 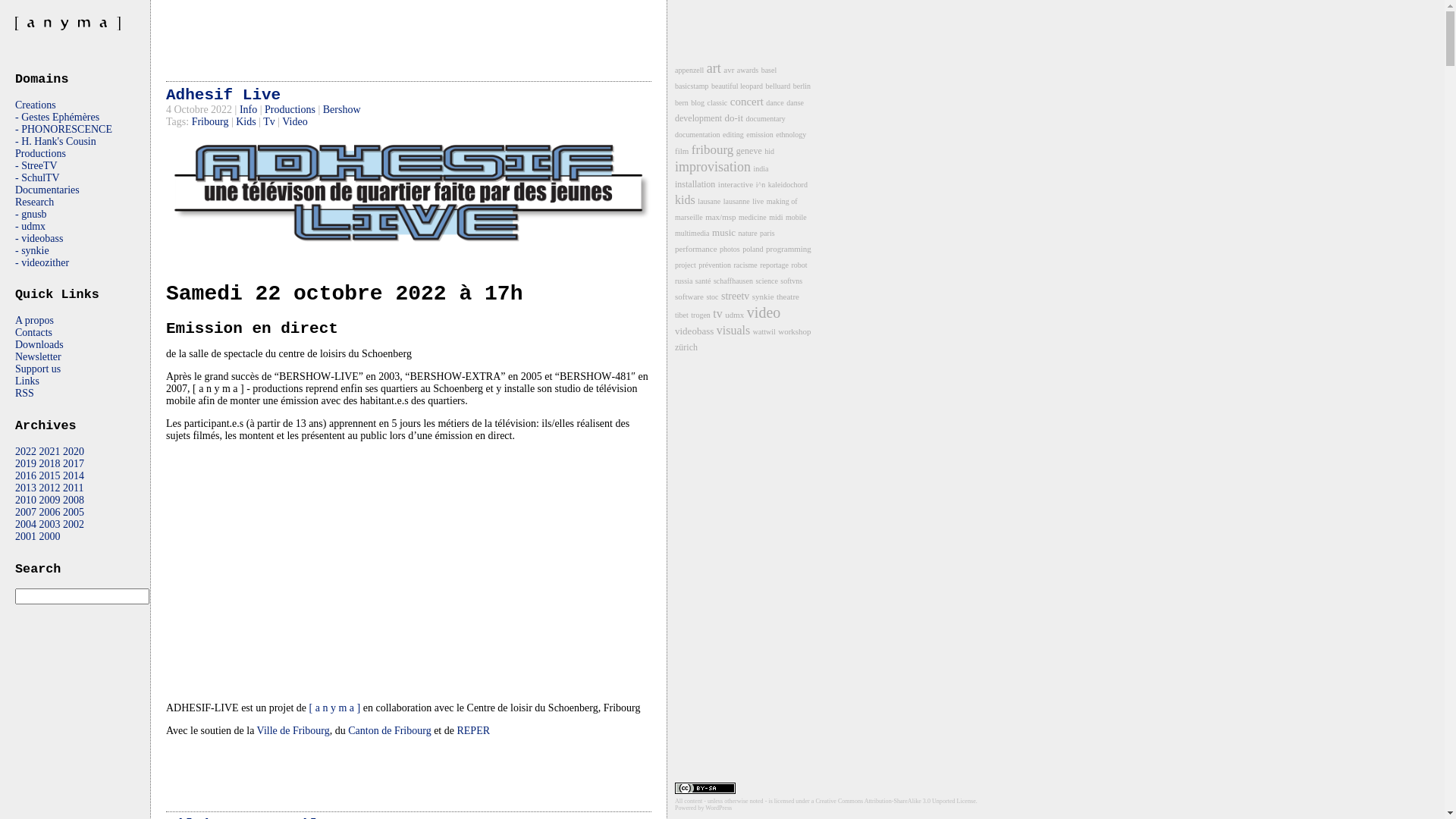 I want to click on '2016', so click(x=14, y=475).